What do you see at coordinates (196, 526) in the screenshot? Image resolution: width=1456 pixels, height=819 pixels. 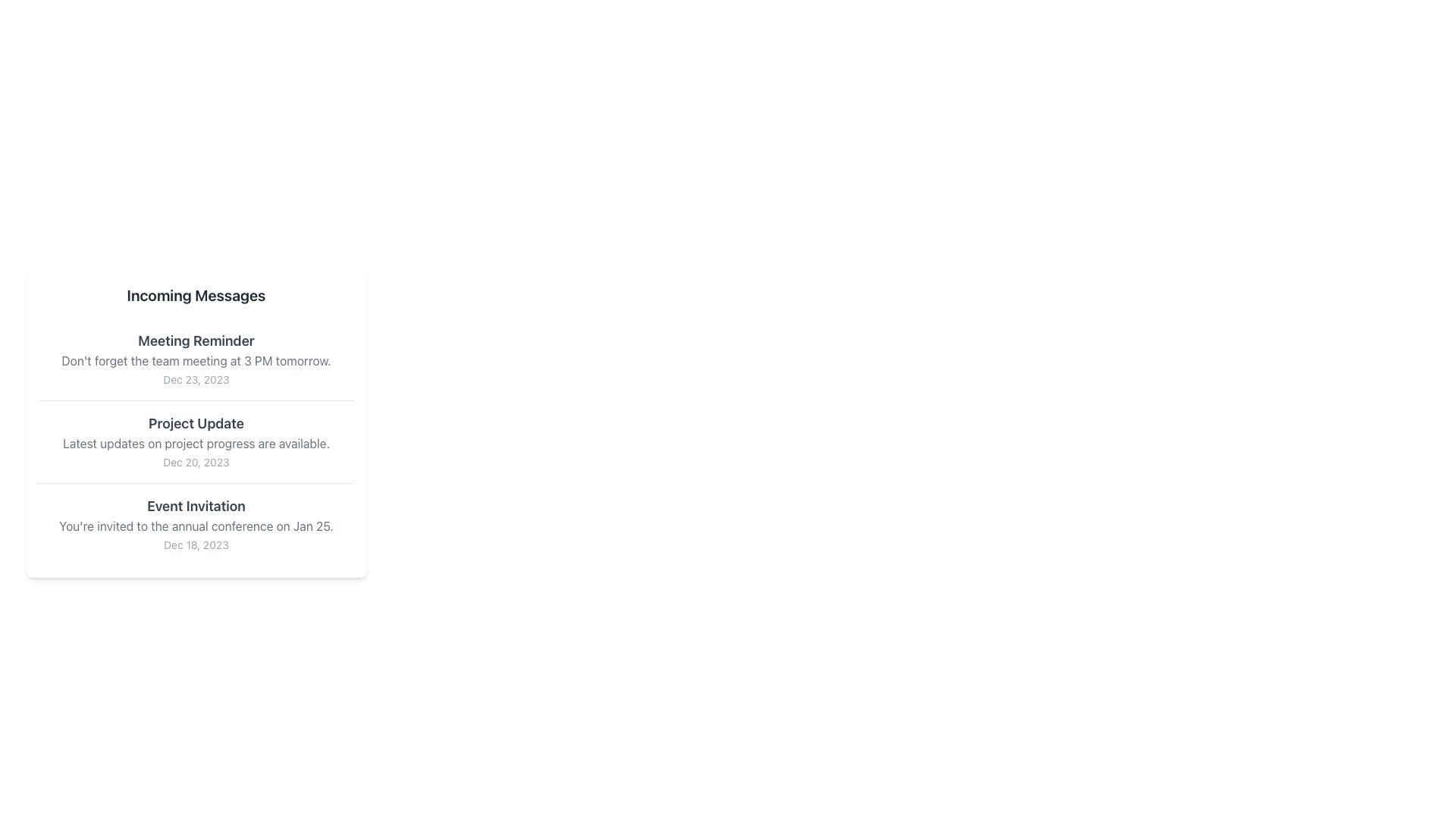 I see `the informational text that reads "You're invited to the annual conference on Jan 25," which is styled in gray and positioned between the header "Event Invitation" and the date "Dec 18, 2023."` at bounding box center [196, 526].